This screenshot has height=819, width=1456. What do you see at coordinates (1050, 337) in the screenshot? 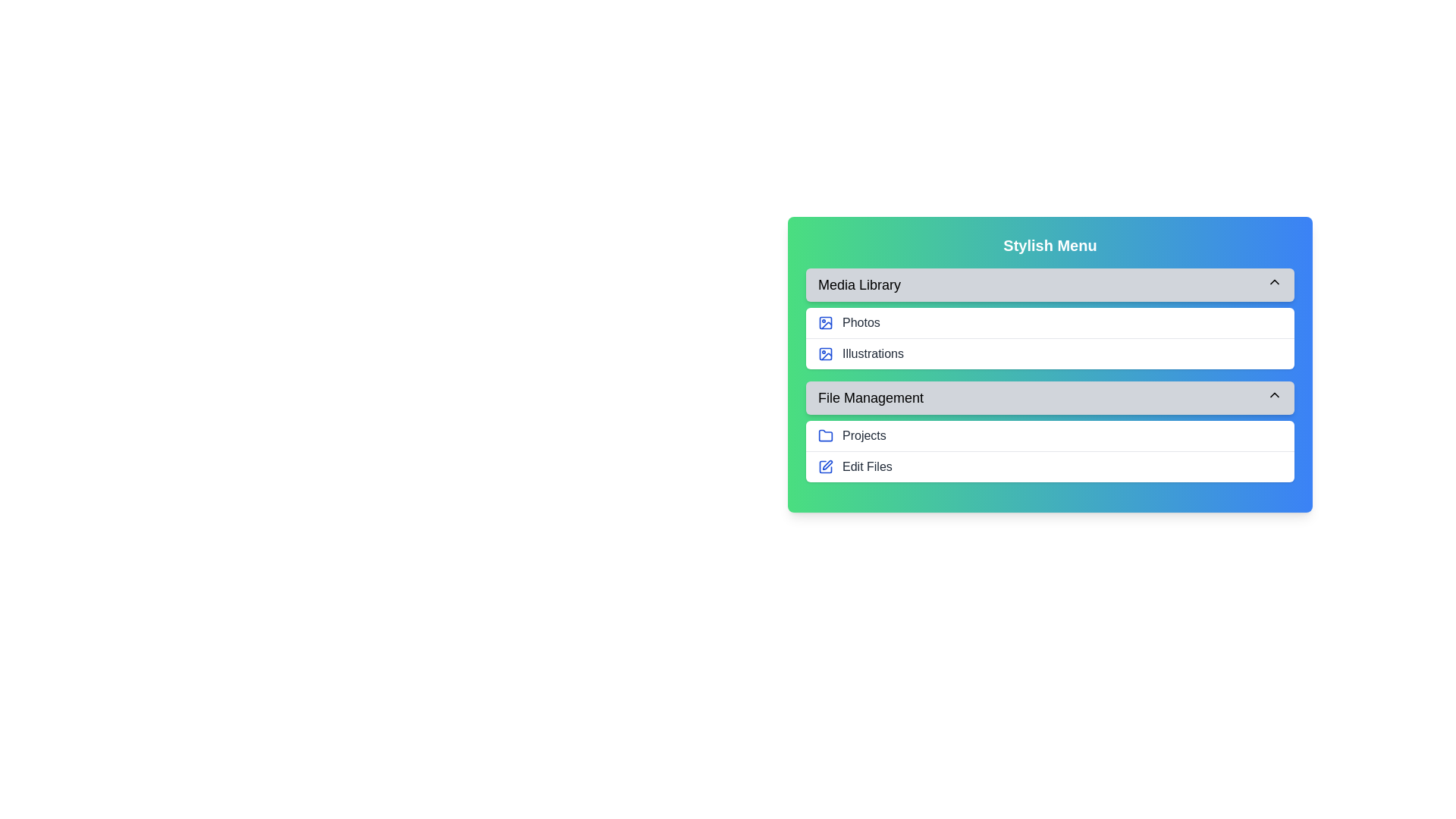
I see `the second item in the expanded 'Media Library' section of the menu` at bounding box center [1050, 337].